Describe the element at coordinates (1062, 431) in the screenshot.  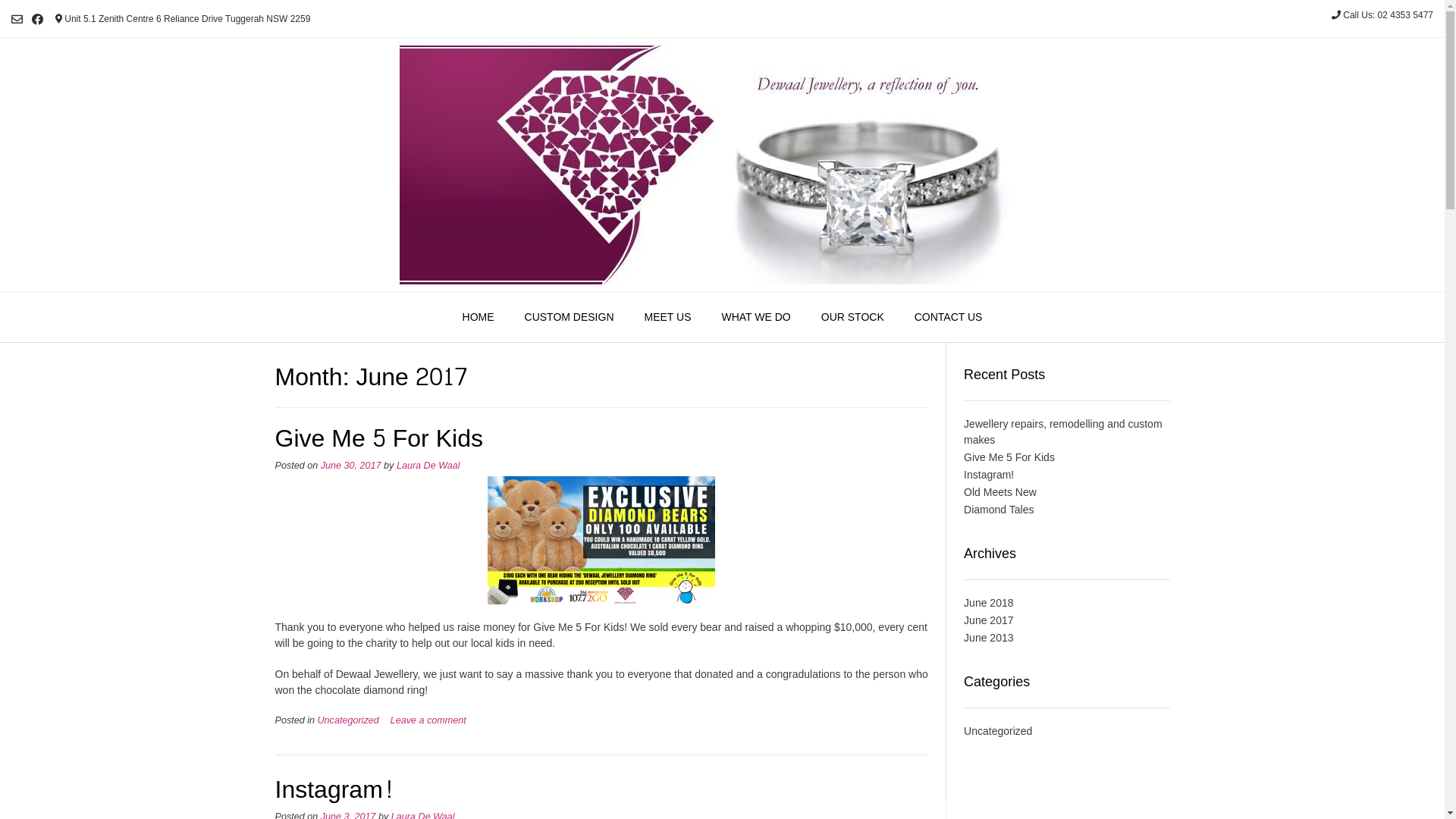
I see `'Jewellery repairs, remodelling and custom makes'` at that location.